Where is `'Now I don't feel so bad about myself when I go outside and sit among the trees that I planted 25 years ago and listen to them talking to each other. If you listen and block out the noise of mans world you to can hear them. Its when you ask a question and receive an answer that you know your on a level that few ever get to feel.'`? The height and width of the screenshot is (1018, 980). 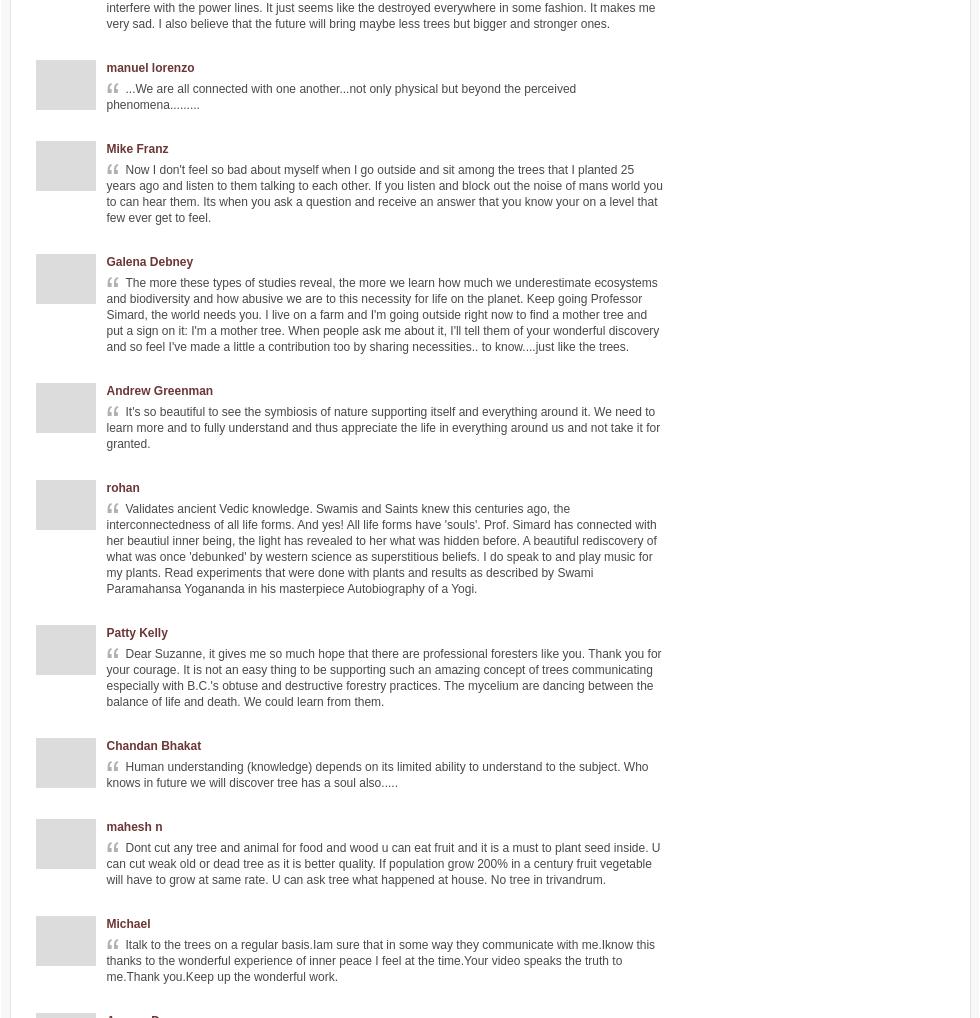
'Now I don't feel so bad about myself when I go outside and sit among the trees that I planted 25 years ago and listen to them talking to each other. If you listen and block out the noise of mans world you to can hear them. Its when you ask a question and receive an answer that you know your on a level that few ever get to feel.' is located at coordinates (383, 194).